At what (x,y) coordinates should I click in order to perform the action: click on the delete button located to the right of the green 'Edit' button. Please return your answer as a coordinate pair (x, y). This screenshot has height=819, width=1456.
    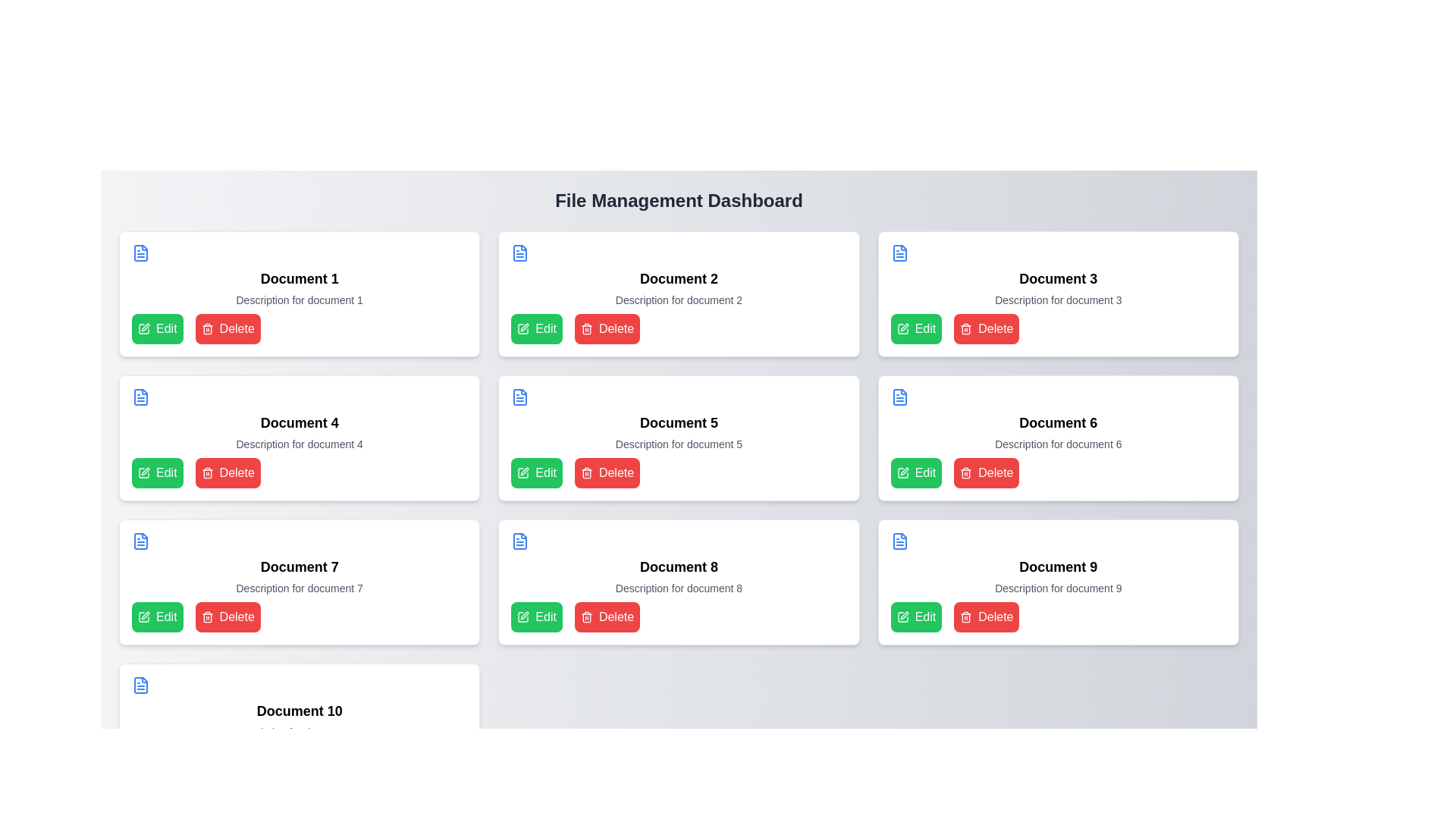
    Looking at the image, I should click on (607, 617).